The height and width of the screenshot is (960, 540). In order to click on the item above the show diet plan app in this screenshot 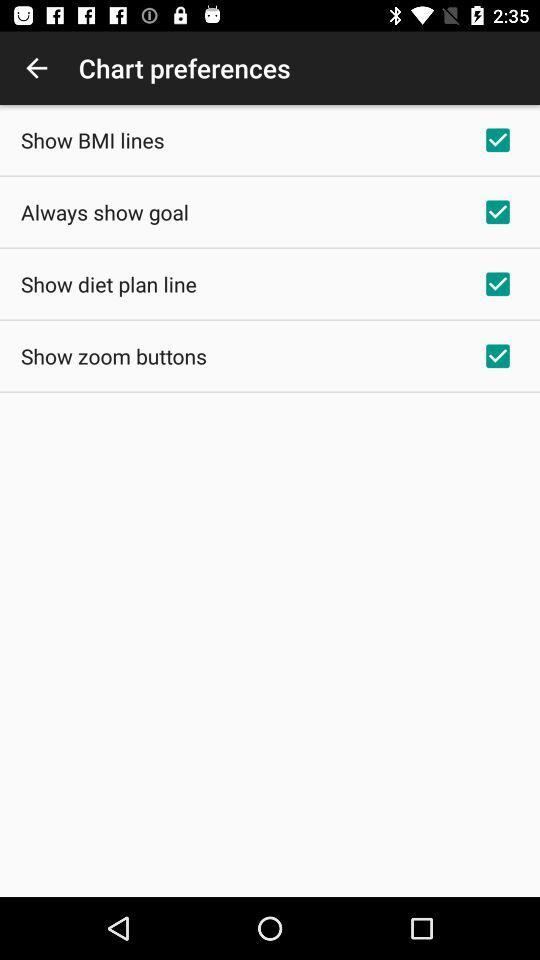, I will do `click(104, 212)`.